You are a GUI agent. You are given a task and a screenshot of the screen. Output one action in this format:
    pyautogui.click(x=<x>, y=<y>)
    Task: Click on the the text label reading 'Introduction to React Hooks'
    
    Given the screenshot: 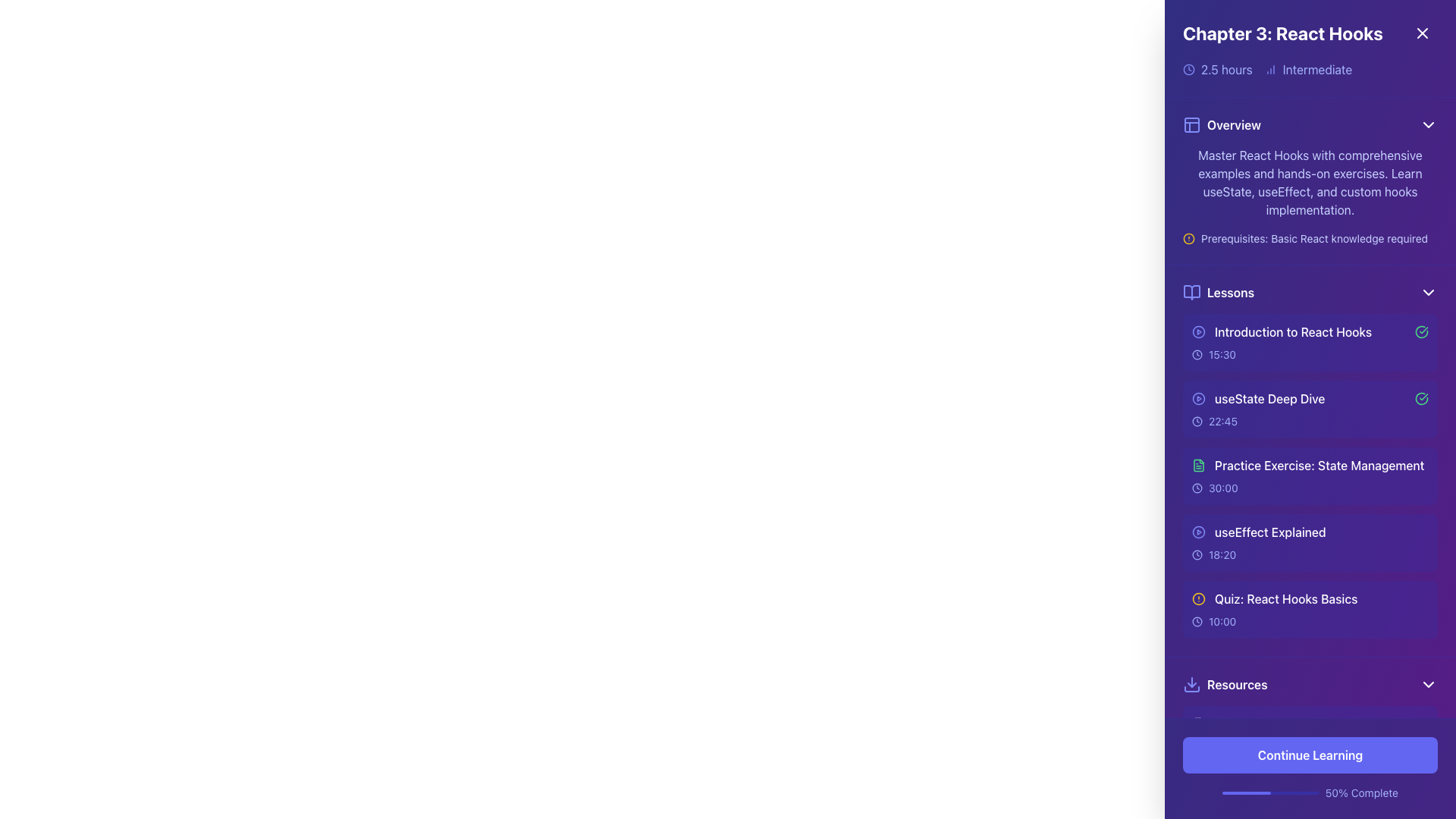 What is the action you would take?
    pyautogui.click(x=1292, y=331)
    